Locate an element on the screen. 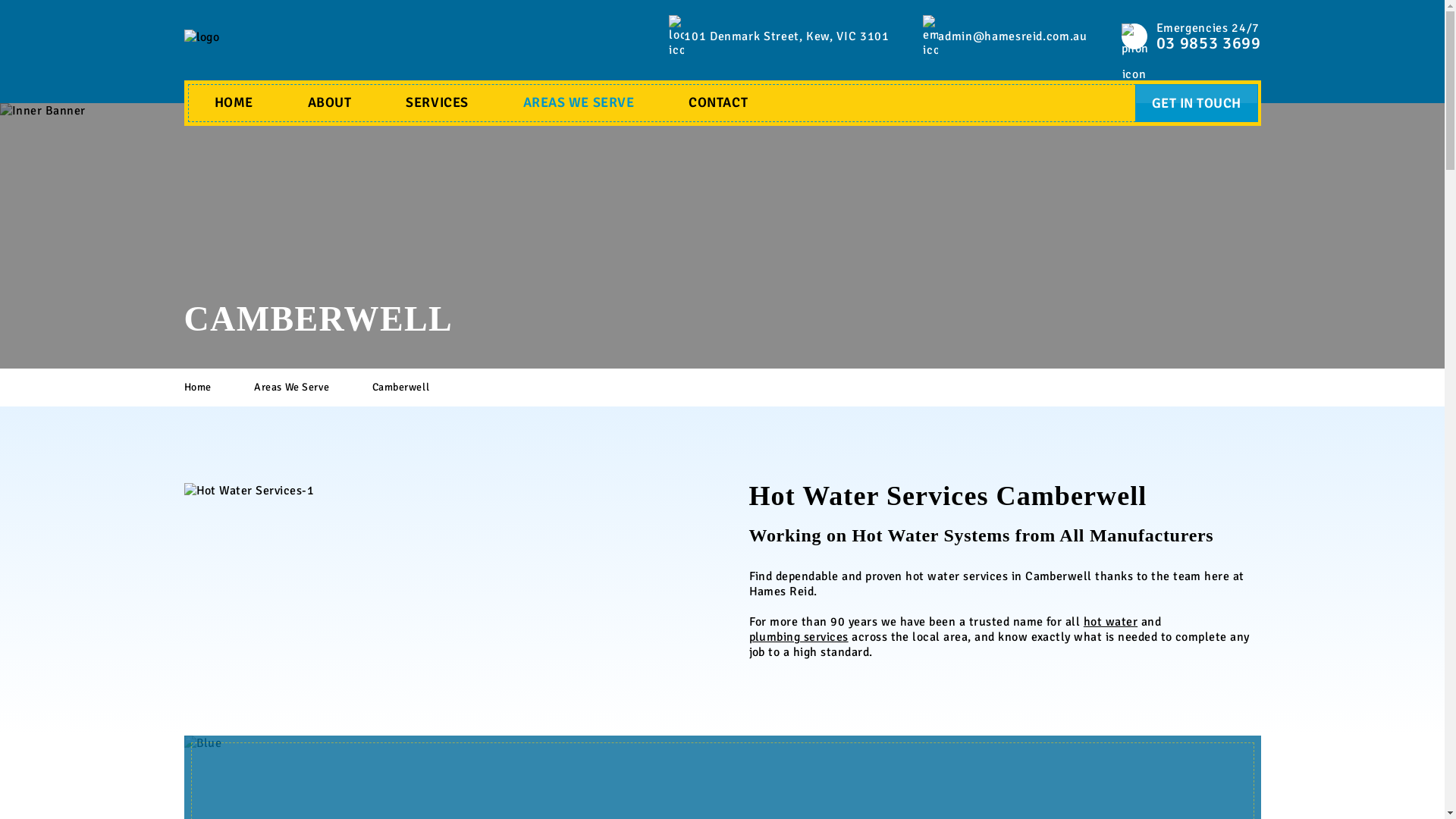 This screenshot has width=1456, height=819. 'Areas We Serve' is located at coordinates (310, 386).